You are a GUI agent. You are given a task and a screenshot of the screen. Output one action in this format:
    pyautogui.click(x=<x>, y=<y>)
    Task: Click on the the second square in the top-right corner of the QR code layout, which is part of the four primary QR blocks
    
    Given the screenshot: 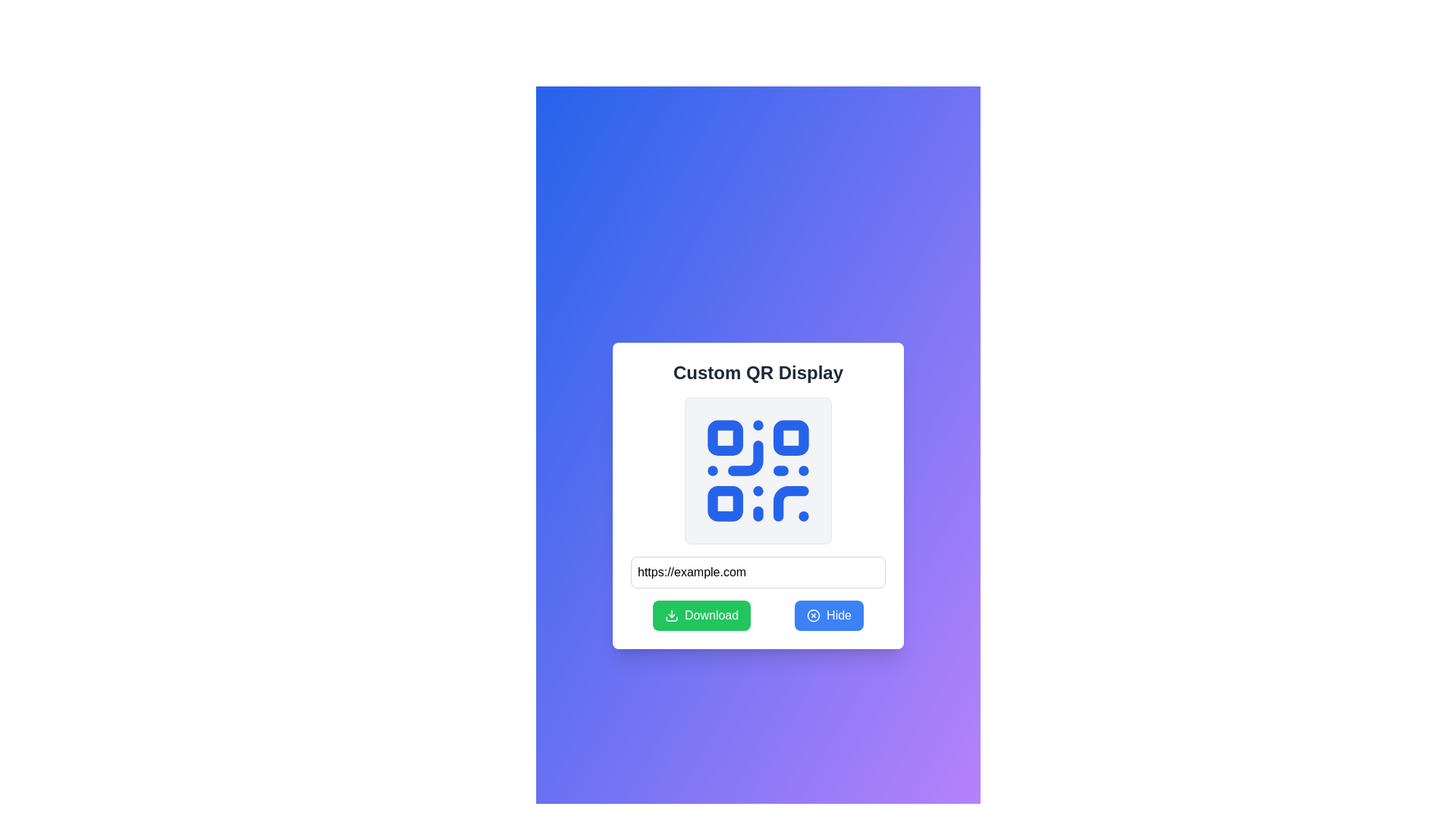 What is the action you would take?
    pyautogui.click(x=790, y=438)
    